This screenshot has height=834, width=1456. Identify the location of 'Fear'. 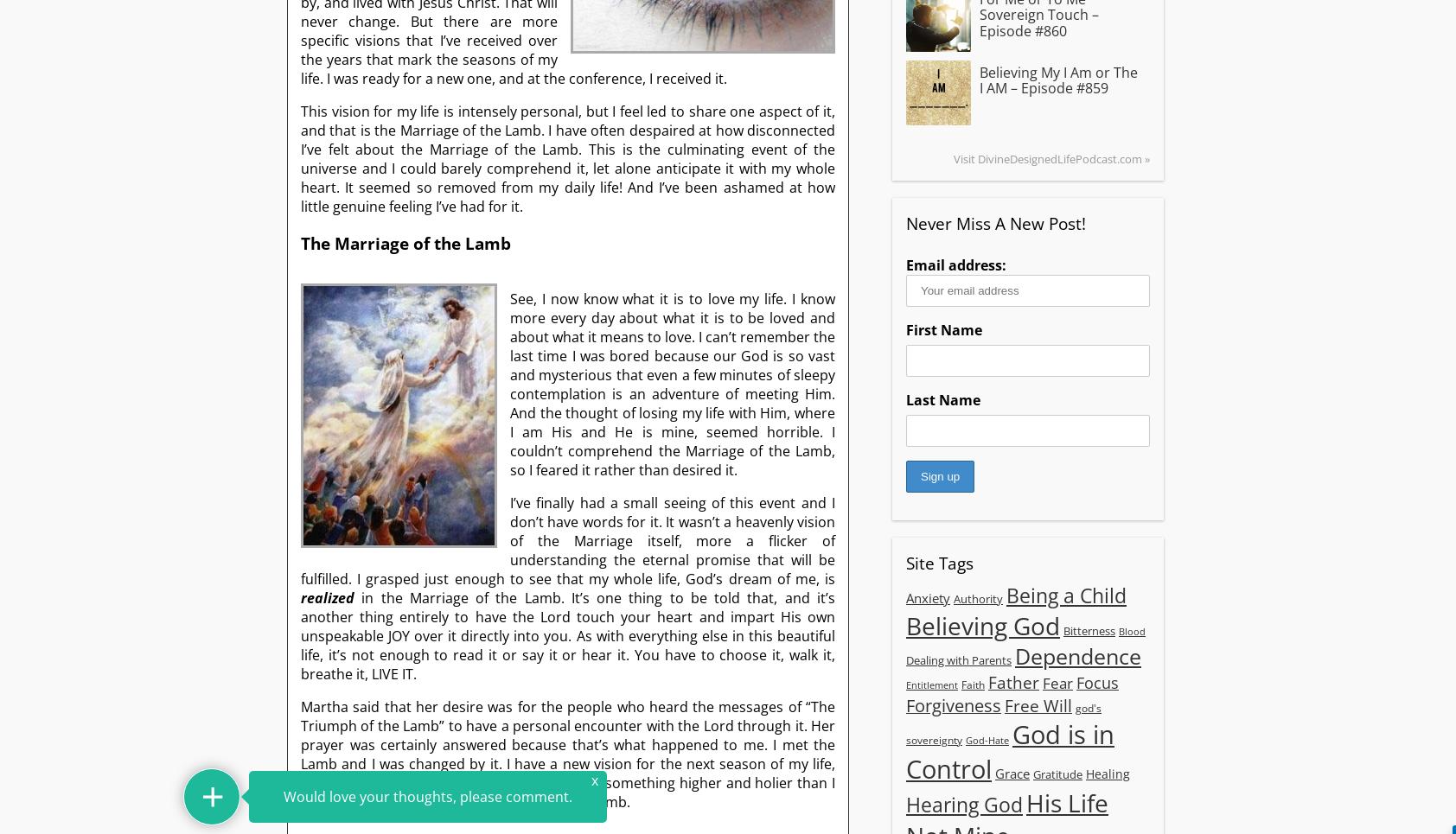
(1043, 682).